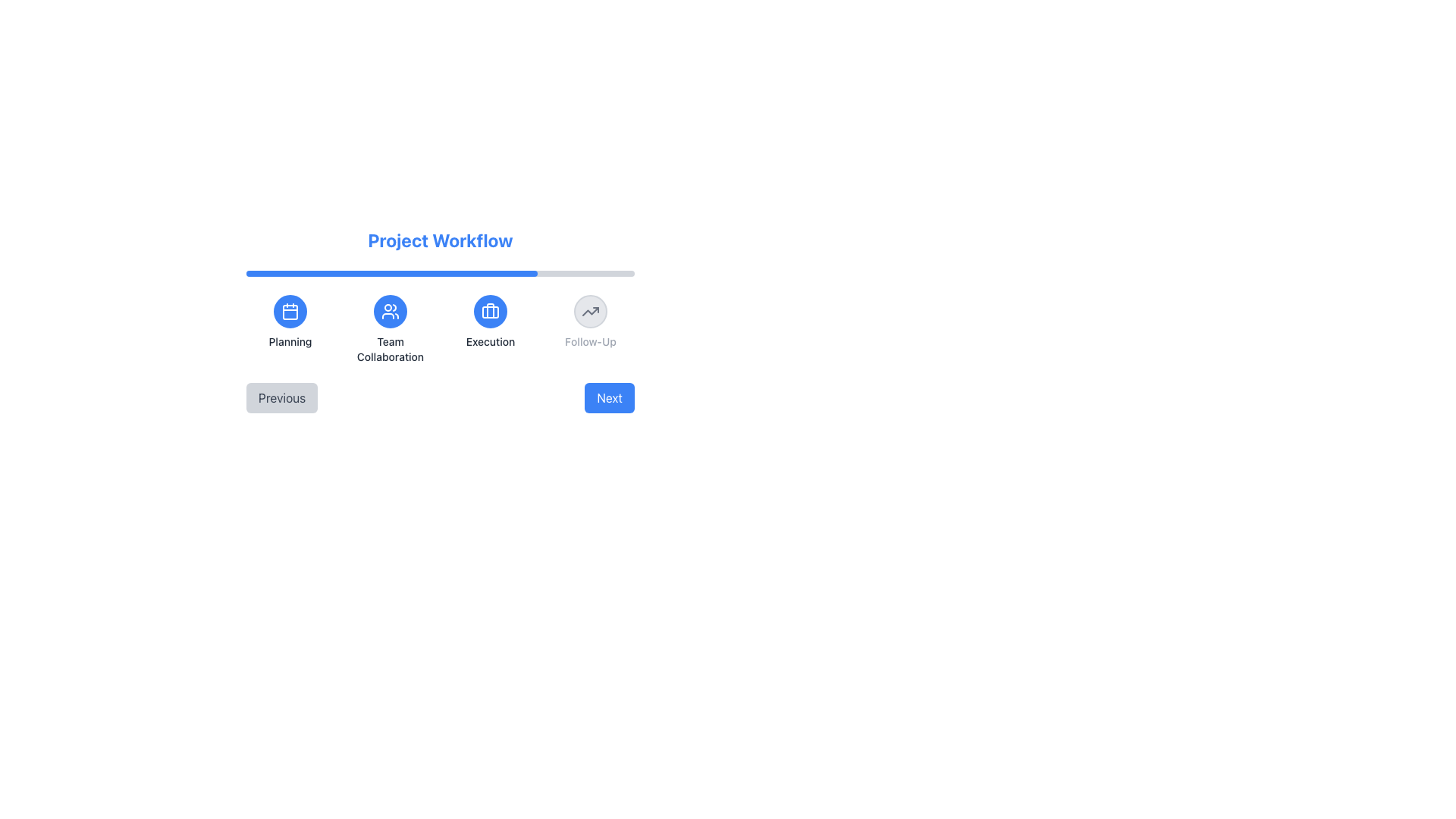  I want to click on the 'Planning' icon, which is the first in a series of four circle-bound icons and is positioned at the leftmost side of the row, so click(290, 311).